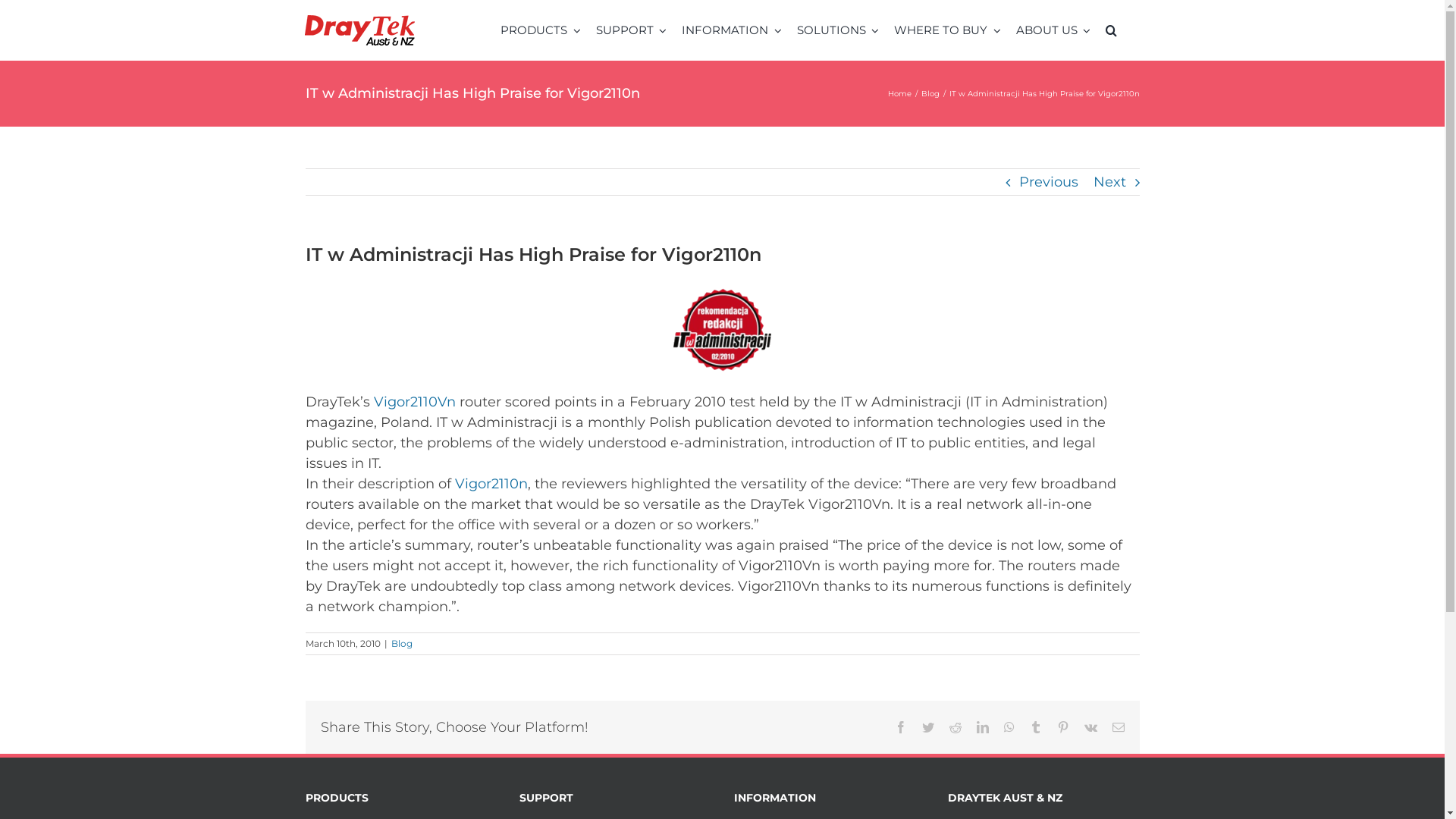  What do you see at coordinates (1053, 30) in the screenshot?
I see `'ABOUT US'` at bounding box center [1053, 30].